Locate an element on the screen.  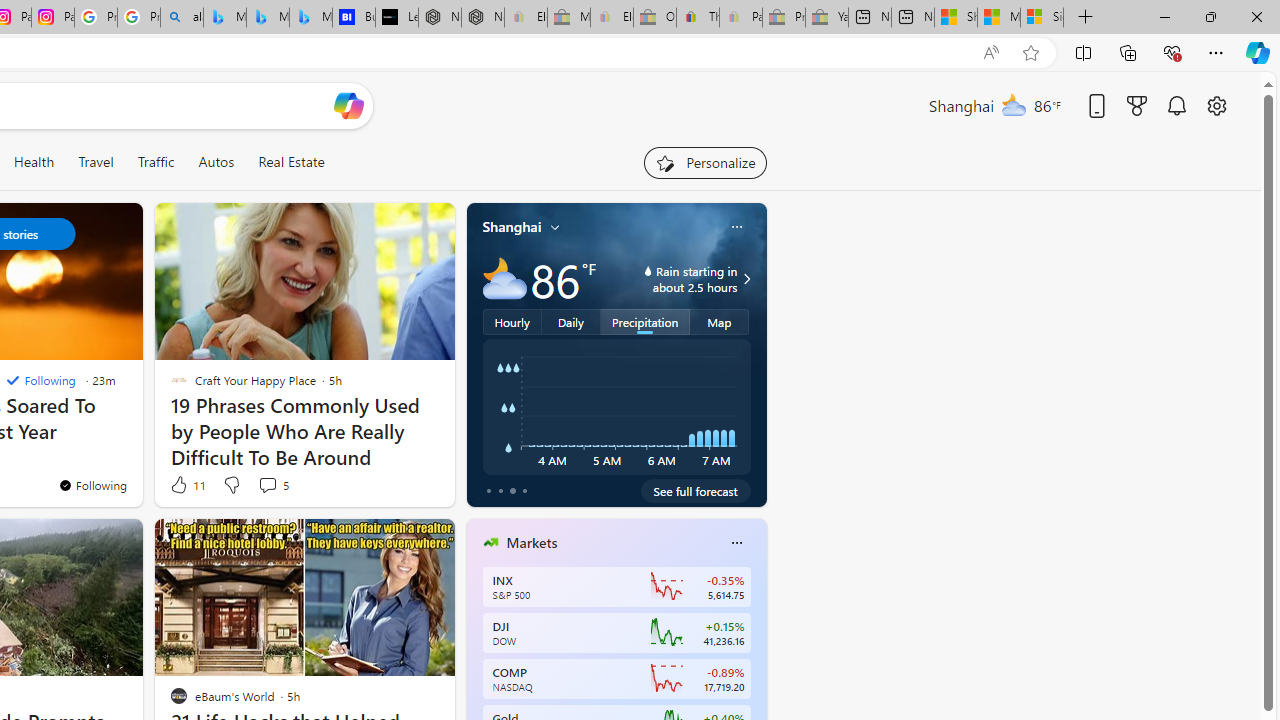
'Press Room - eBay Inc. - Sleeping' is located at coordinates (783, 17).